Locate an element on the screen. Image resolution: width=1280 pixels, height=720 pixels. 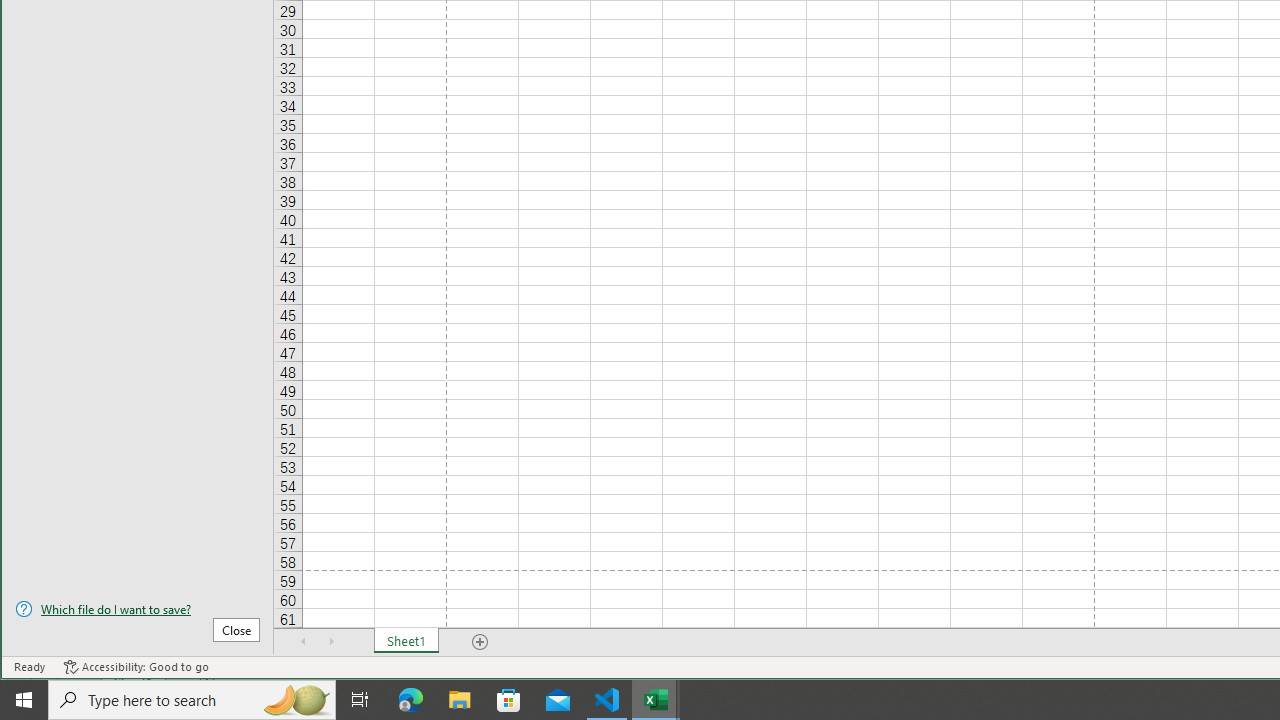
'Excel - 2 running windows' is located at coordinates (656, 698).